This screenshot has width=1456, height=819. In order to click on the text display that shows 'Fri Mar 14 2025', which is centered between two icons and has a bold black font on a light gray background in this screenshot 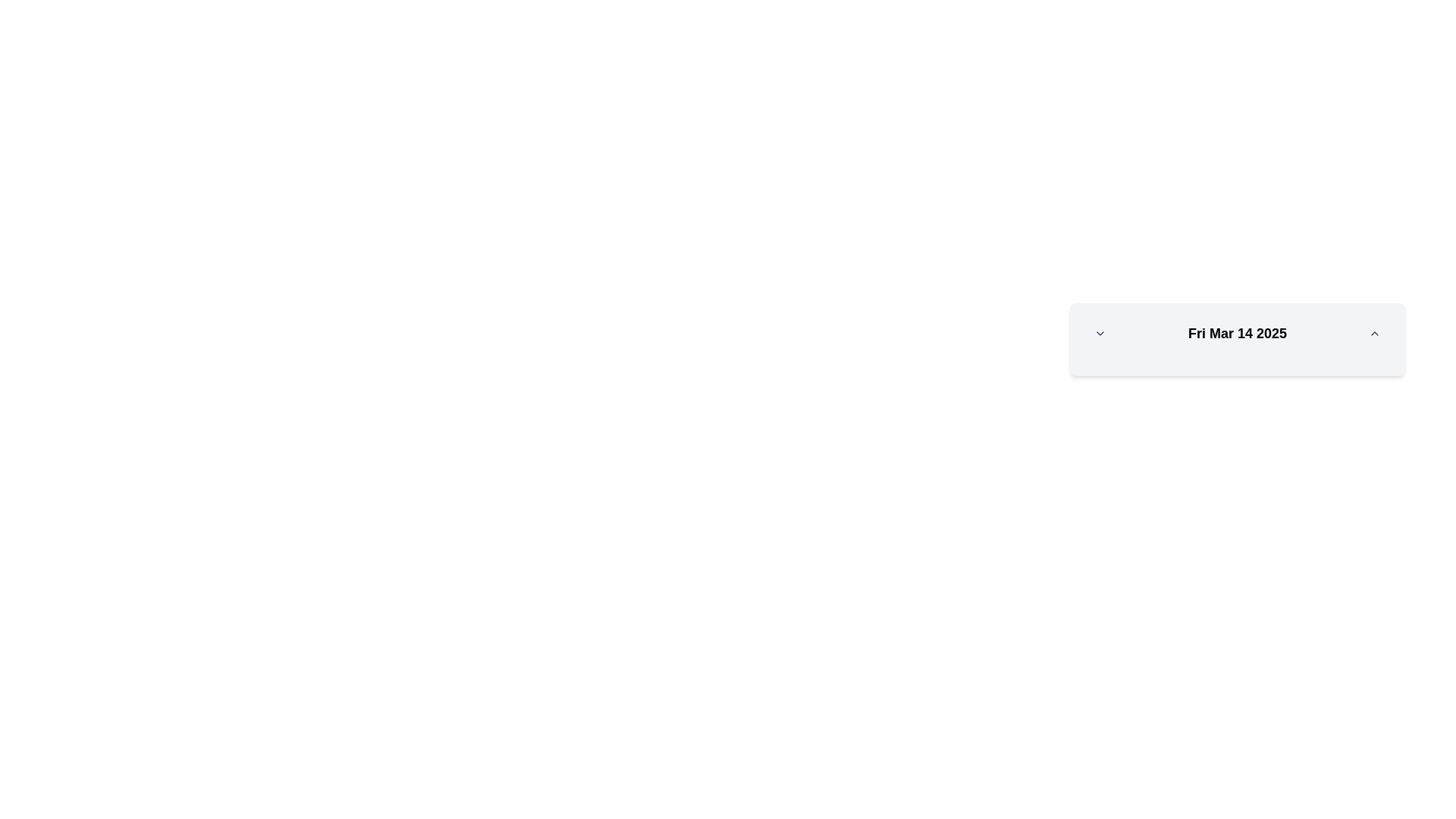, I will do `click(1238, 332)`.